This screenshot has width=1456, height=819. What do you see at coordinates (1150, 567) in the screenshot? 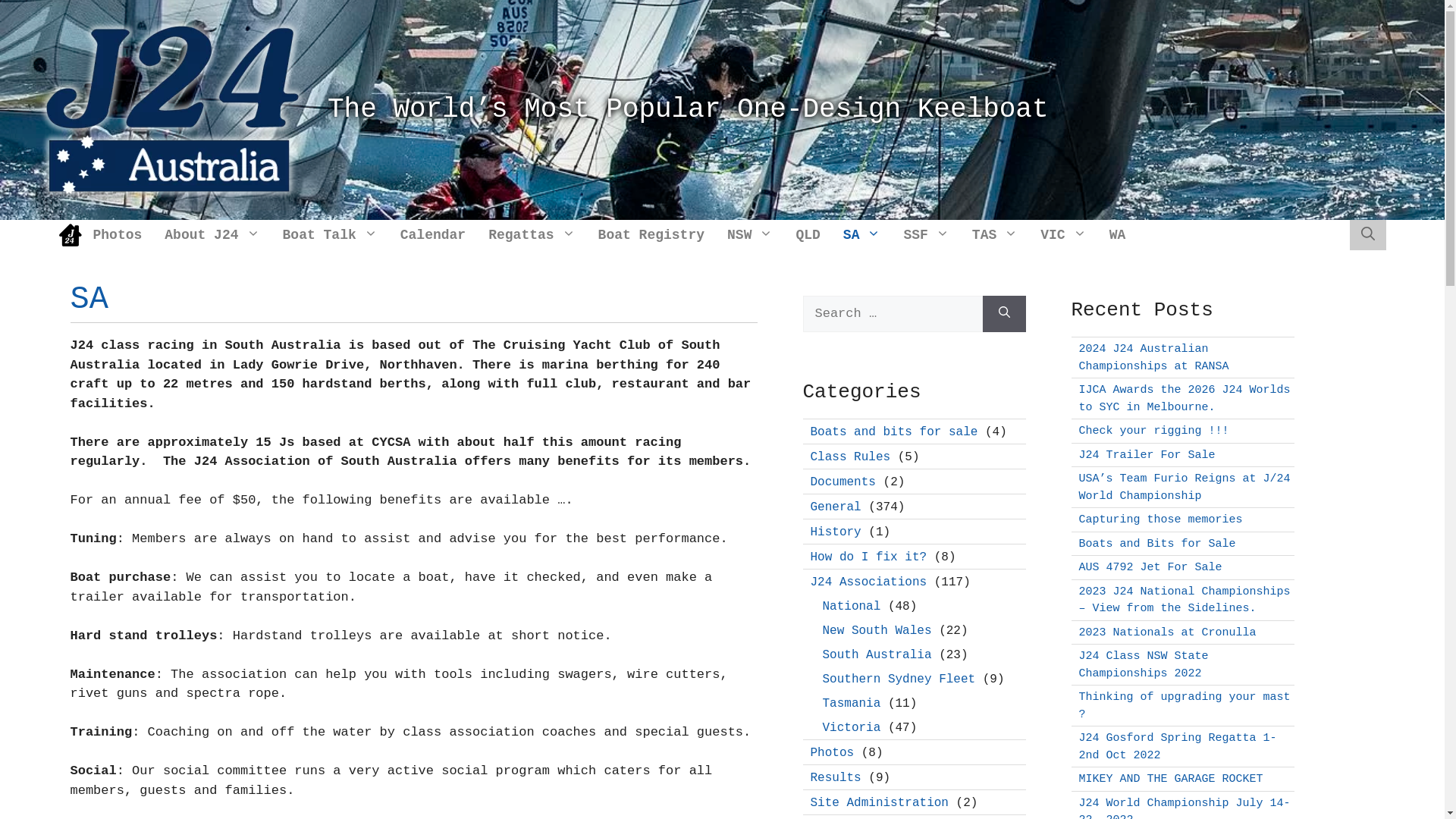
I see `'AUS 4792 Jet For Sale'` at bounding box center [1150, 567].